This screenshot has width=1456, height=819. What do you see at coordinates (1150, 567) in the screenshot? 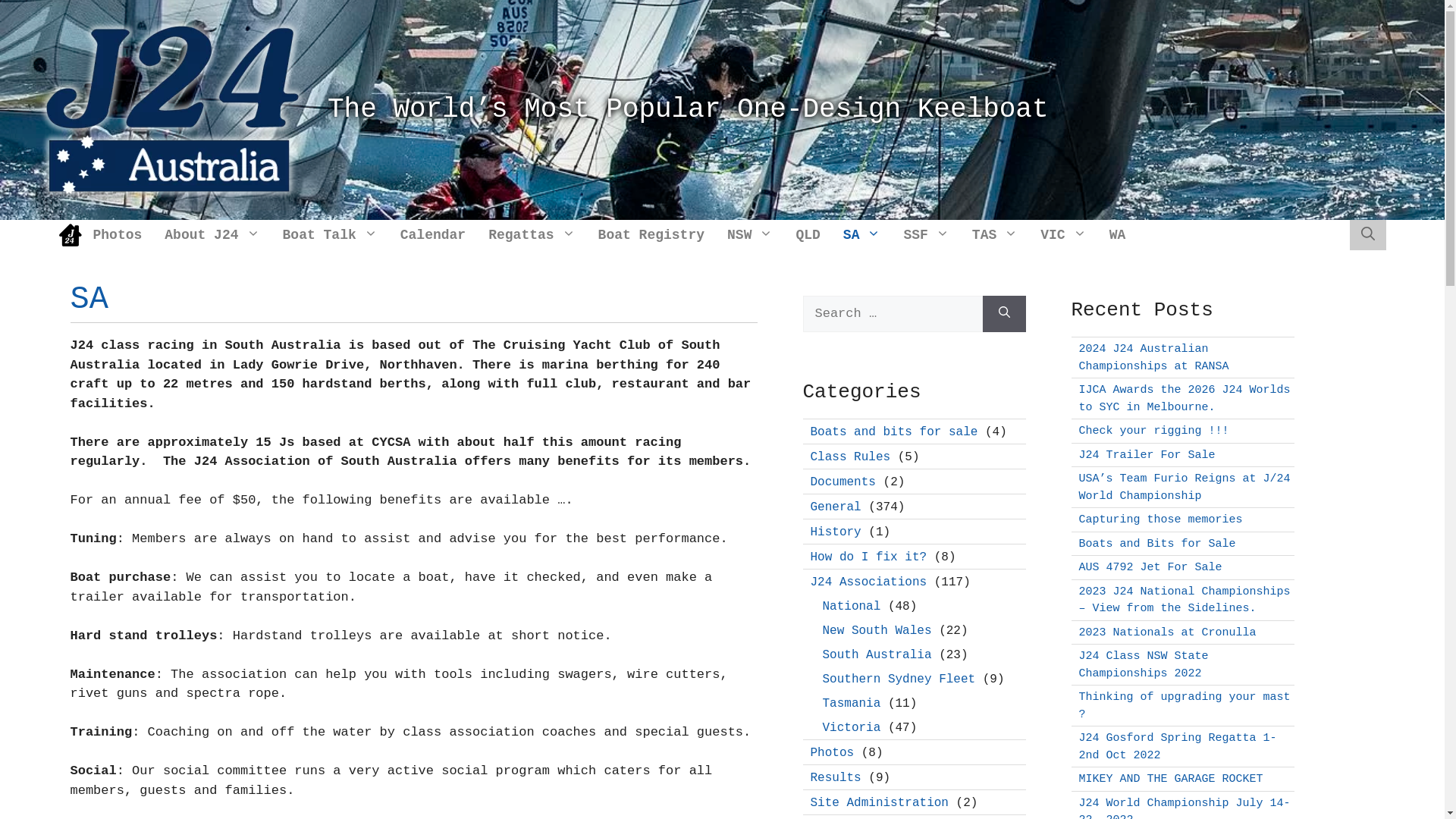
I see `'AUS 4792 Jet For Sale'` at bounding box center [1150, 567].